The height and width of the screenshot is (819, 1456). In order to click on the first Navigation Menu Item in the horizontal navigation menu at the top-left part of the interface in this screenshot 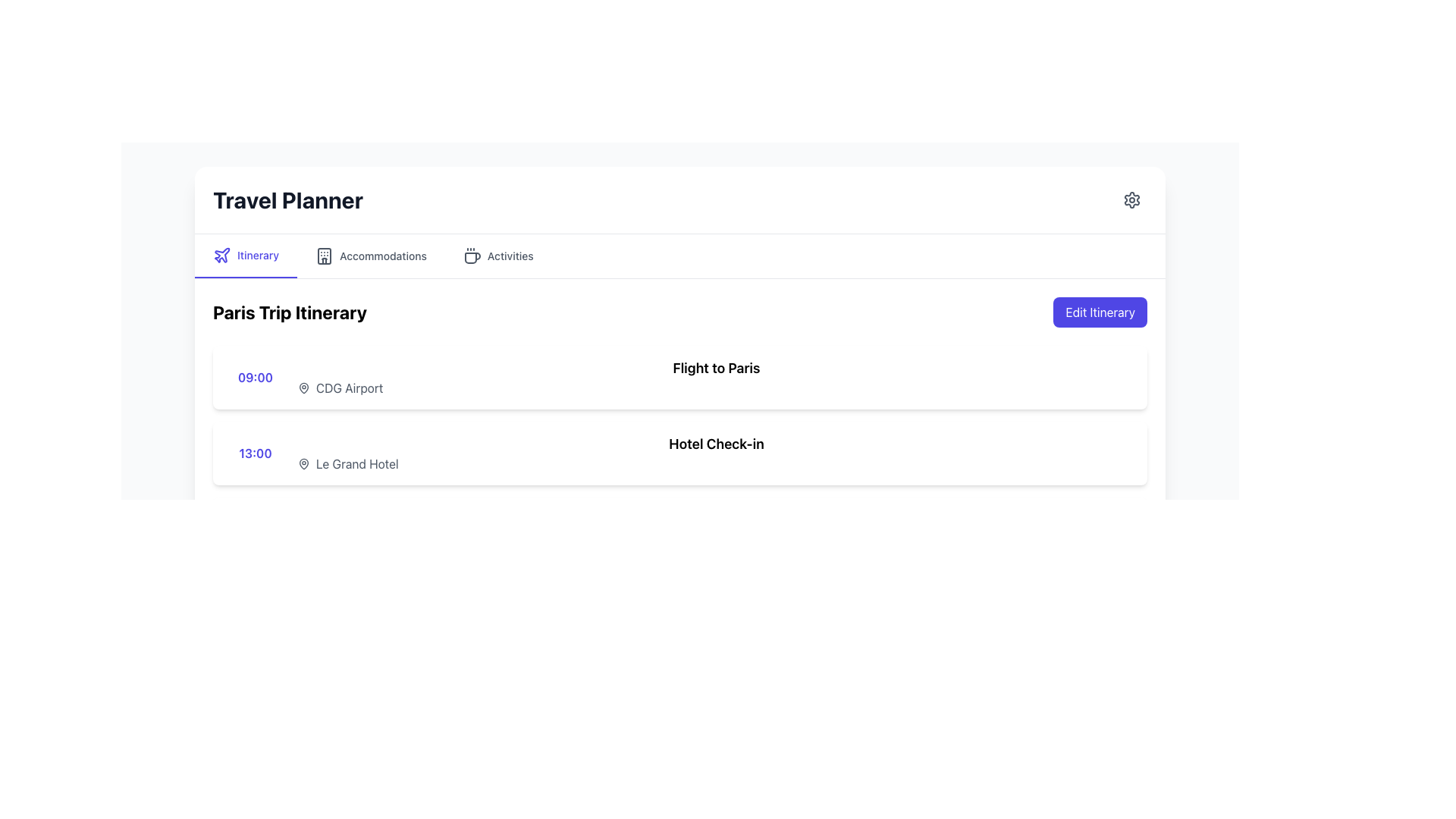, I will do `click(246, 256)`.